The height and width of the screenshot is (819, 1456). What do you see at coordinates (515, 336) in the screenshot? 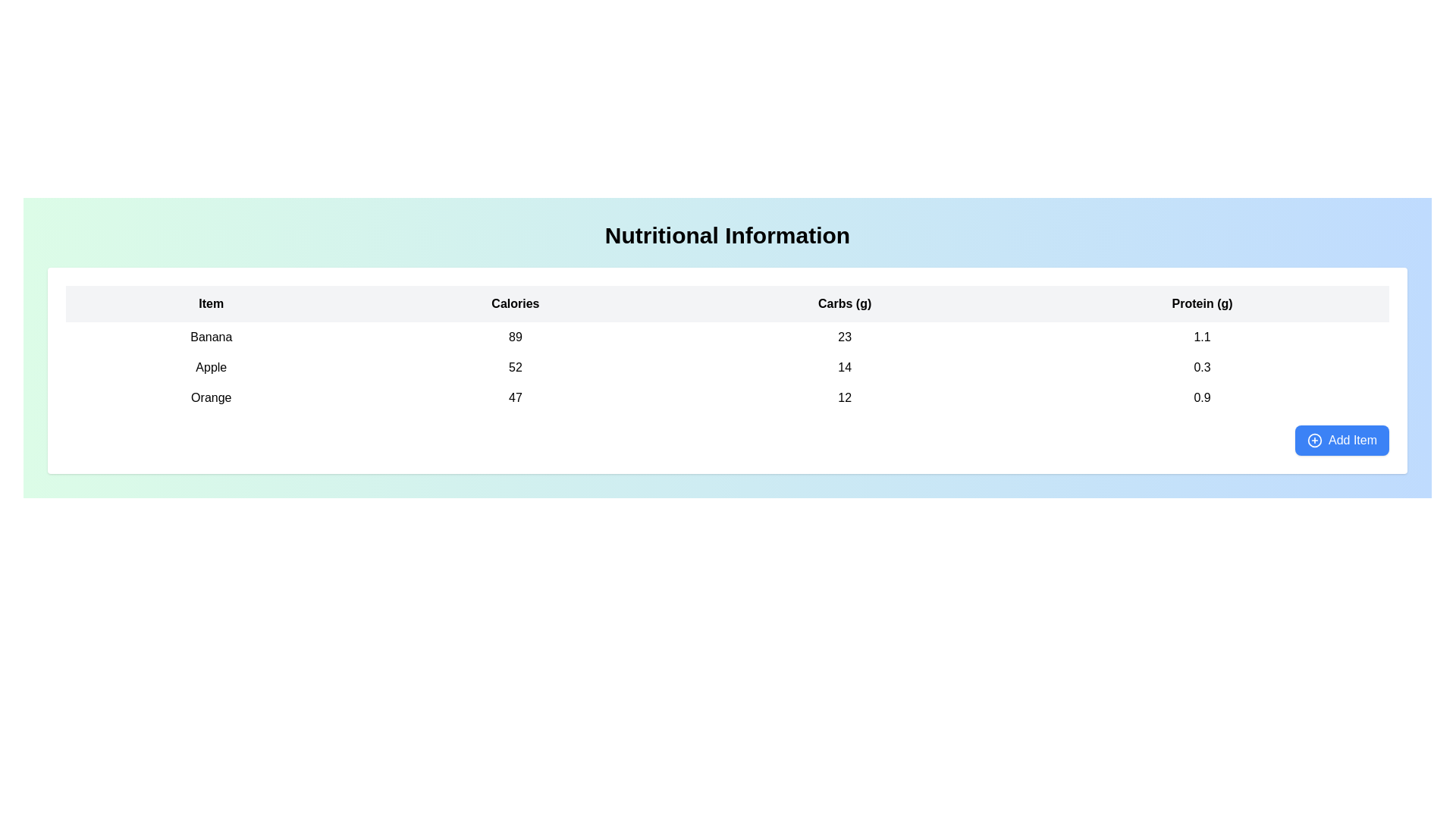
I see `text value of the '89' calorie count associated with the 'Banana' nutritional entry, located in the second column under the 'Calories' heading of the first row` at bounding box center [515, 336].